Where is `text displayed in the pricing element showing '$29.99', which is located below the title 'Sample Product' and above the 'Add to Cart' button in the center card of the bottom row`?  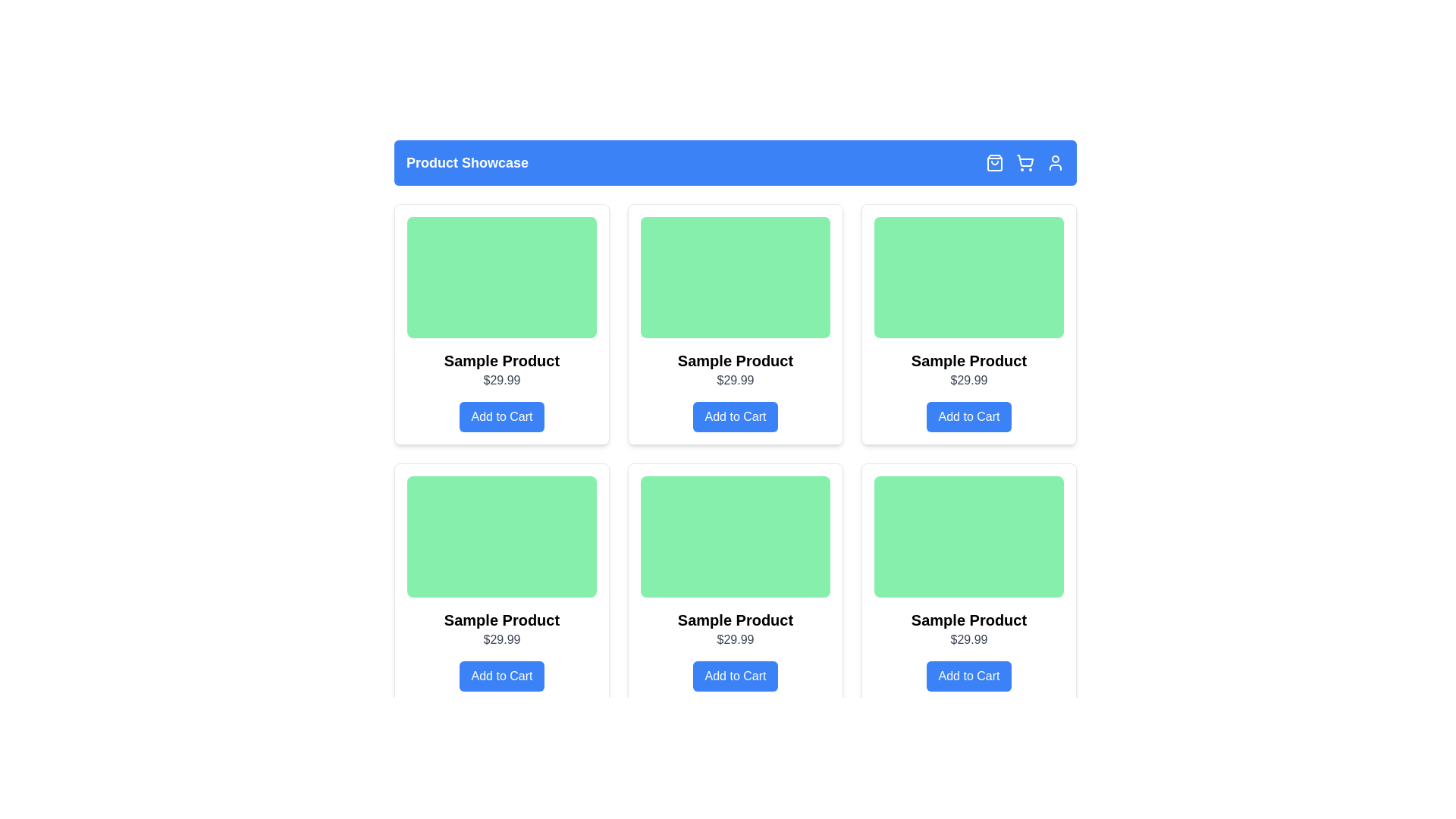 text displayed in the pricing element showing '$29.99', which is located below the title 'Sample Product' and above the 'Add to Cart' button in the center card of the bottom row is located at coordinates (735, 640).